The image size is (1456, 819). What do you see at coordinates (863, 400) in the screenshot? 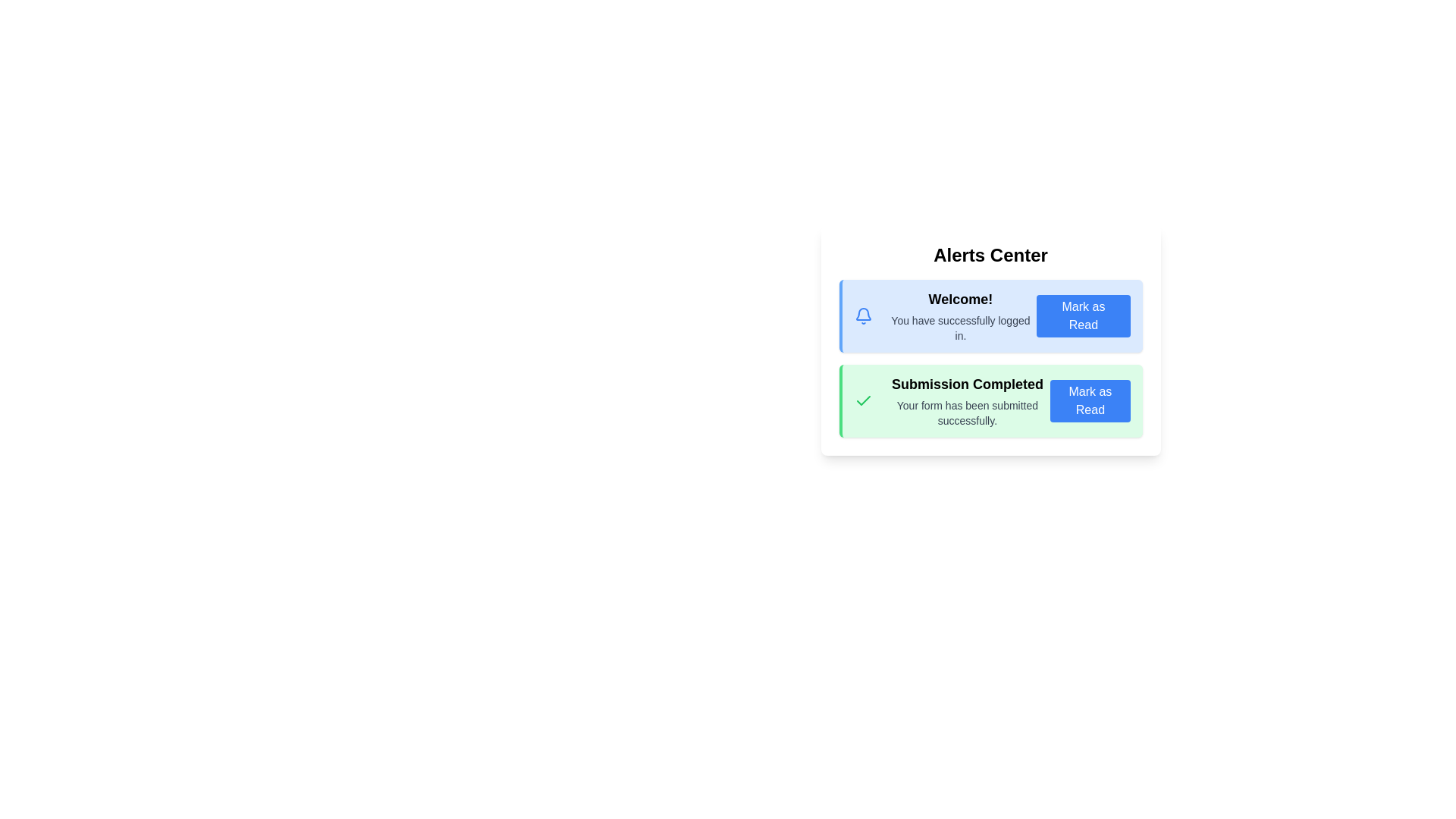
I see `the checkmark SVG icon indicating successful form submission, located within the second notification block with a green background, to the left of the 'Submission Completed' text` at bounding box center [863, 400].